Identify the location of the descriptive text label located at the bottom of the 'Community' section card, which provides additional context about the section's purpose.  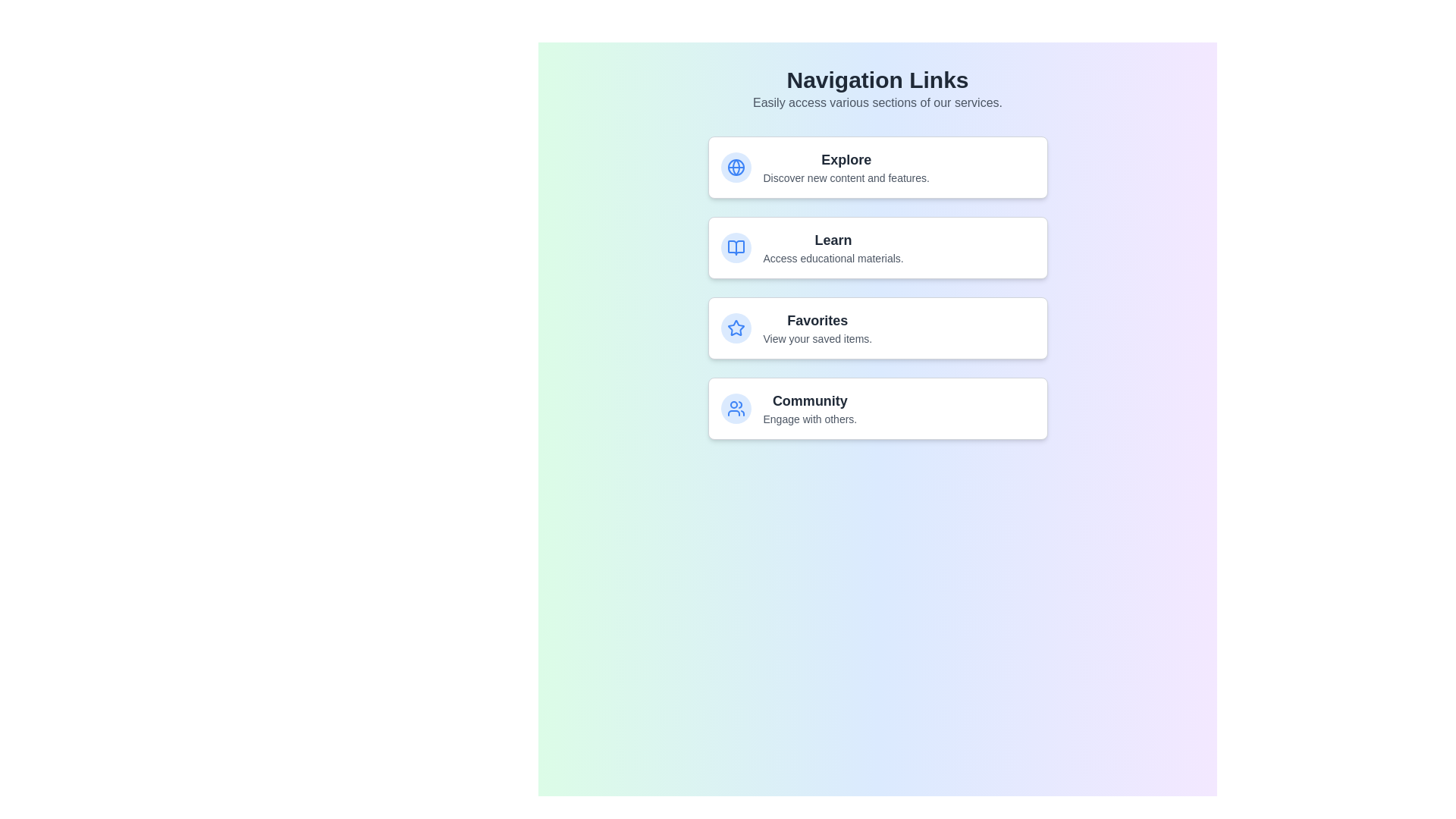
(809, 419).